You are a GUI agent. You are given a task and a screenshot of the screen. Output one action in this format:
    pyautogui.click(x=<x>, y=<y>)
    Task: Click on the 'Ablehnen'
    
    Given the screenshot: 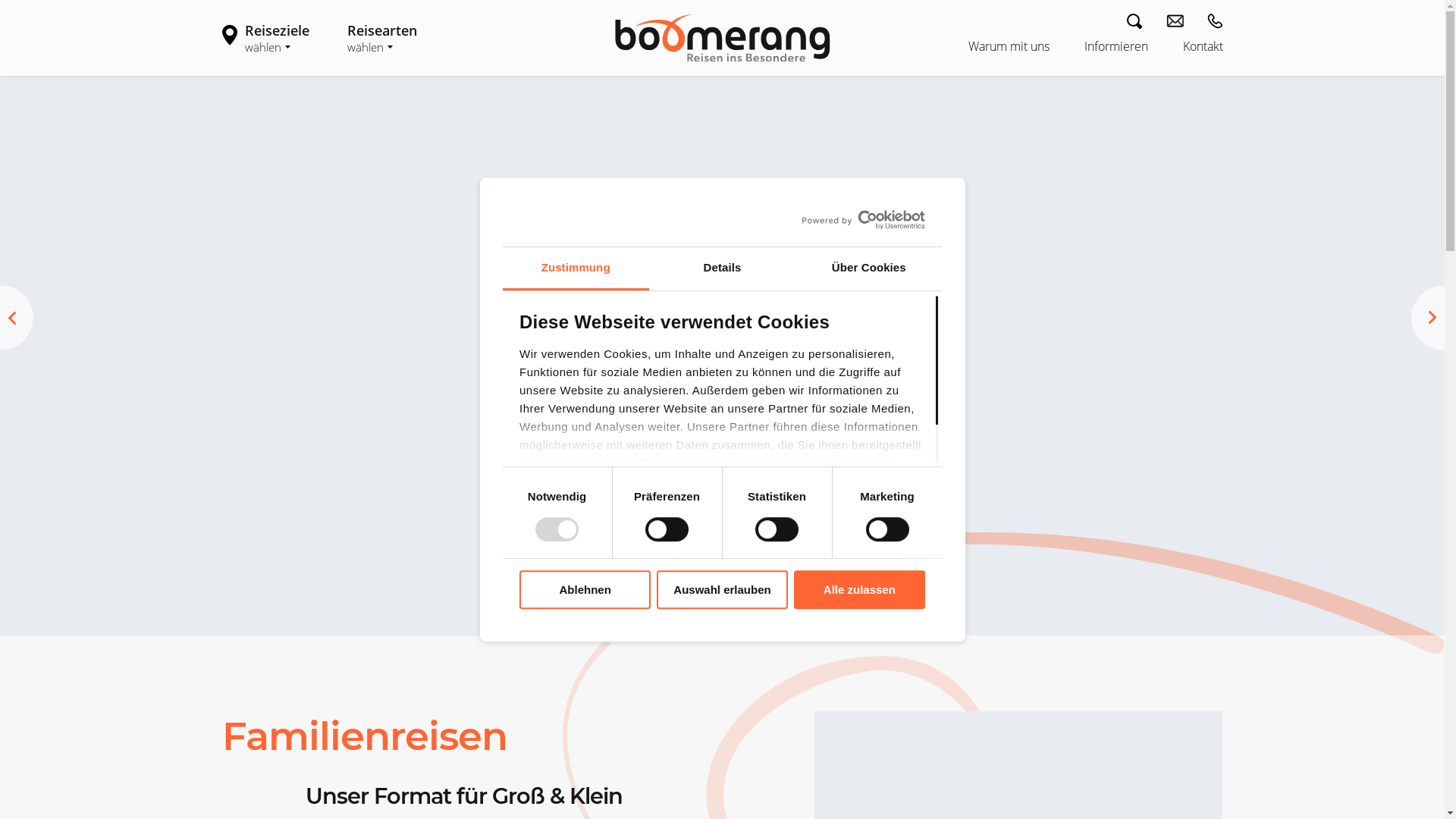 What is the action you would take?
    pyautogui.click(x=519, y=588)
    